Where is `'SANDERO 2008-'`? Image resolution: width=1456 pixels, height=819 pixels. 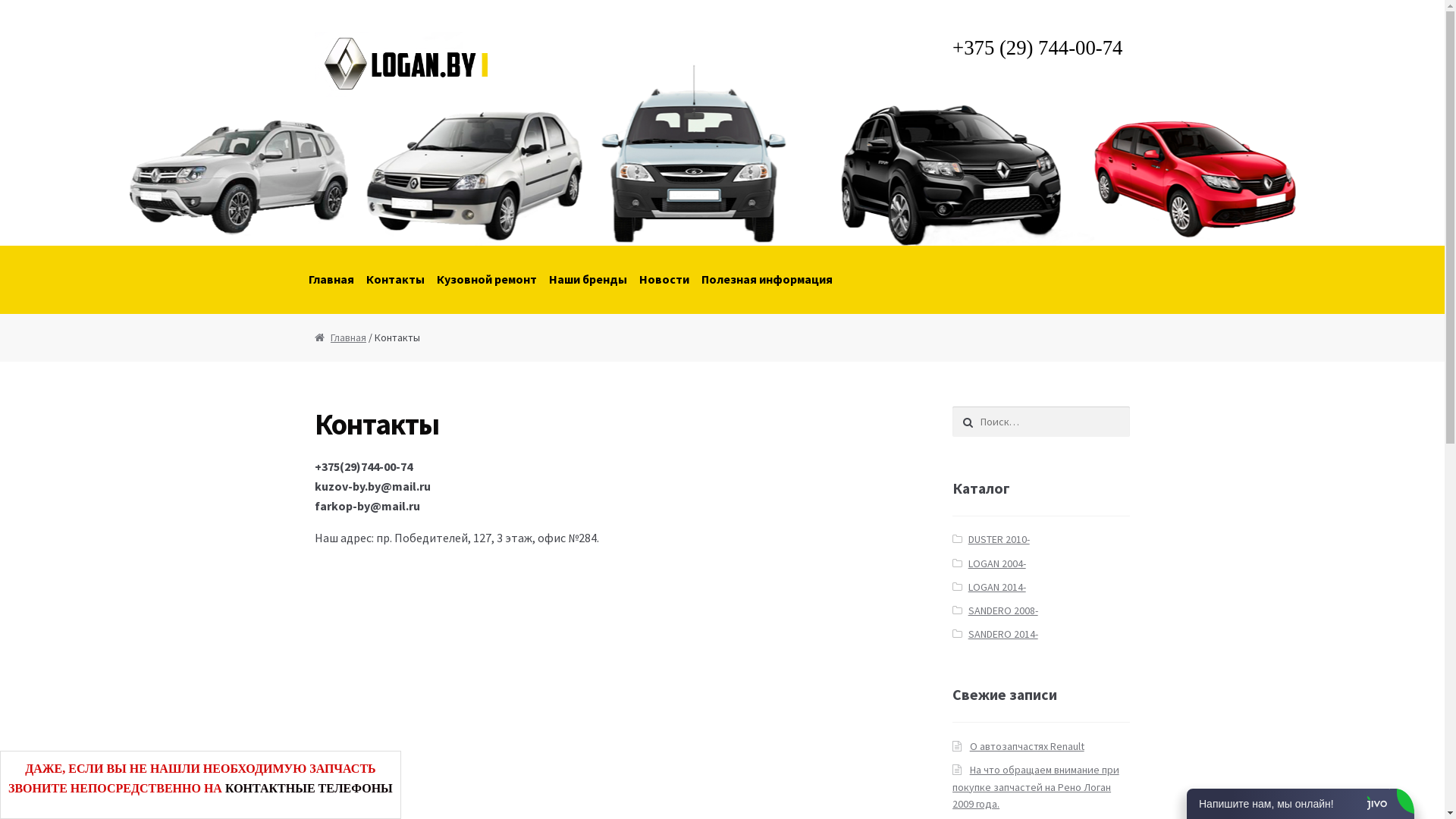
'SANDERO 2008-' is located at coordinates (1003, 610).